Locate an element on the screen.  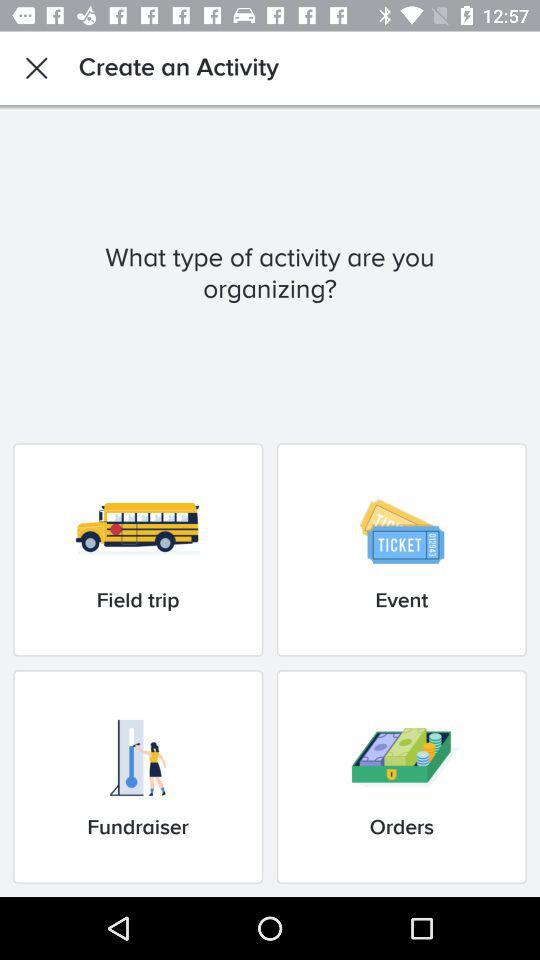
the orders item is located at coordinates (401, 776).